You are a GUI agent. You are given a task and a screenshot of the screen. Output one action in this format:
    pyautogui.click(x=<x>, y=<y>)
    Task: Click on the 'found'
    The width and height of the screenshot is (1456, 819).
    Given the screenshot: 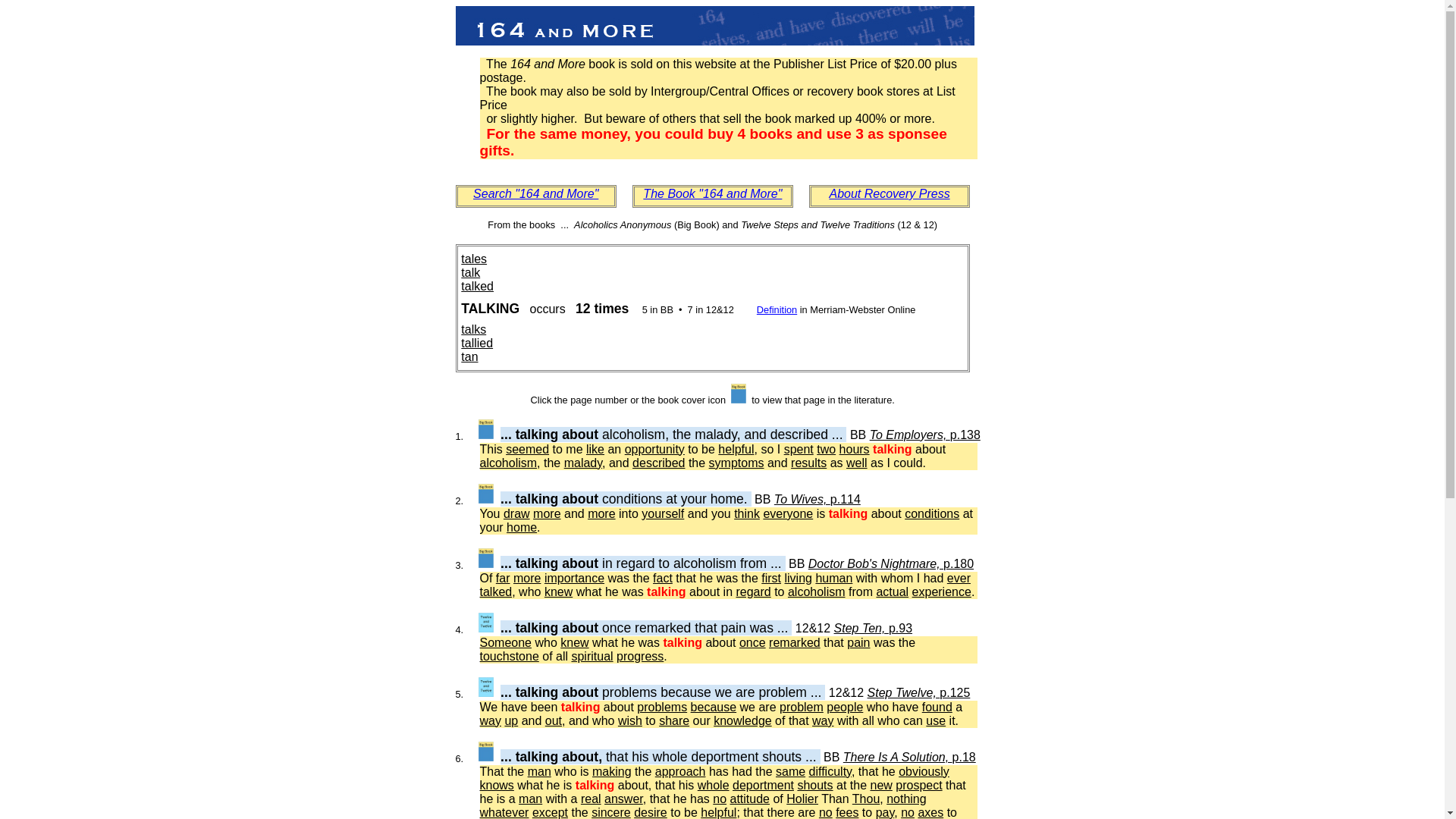 What is the action you would take?
    pyautogui.click(x=937, y=707)
    